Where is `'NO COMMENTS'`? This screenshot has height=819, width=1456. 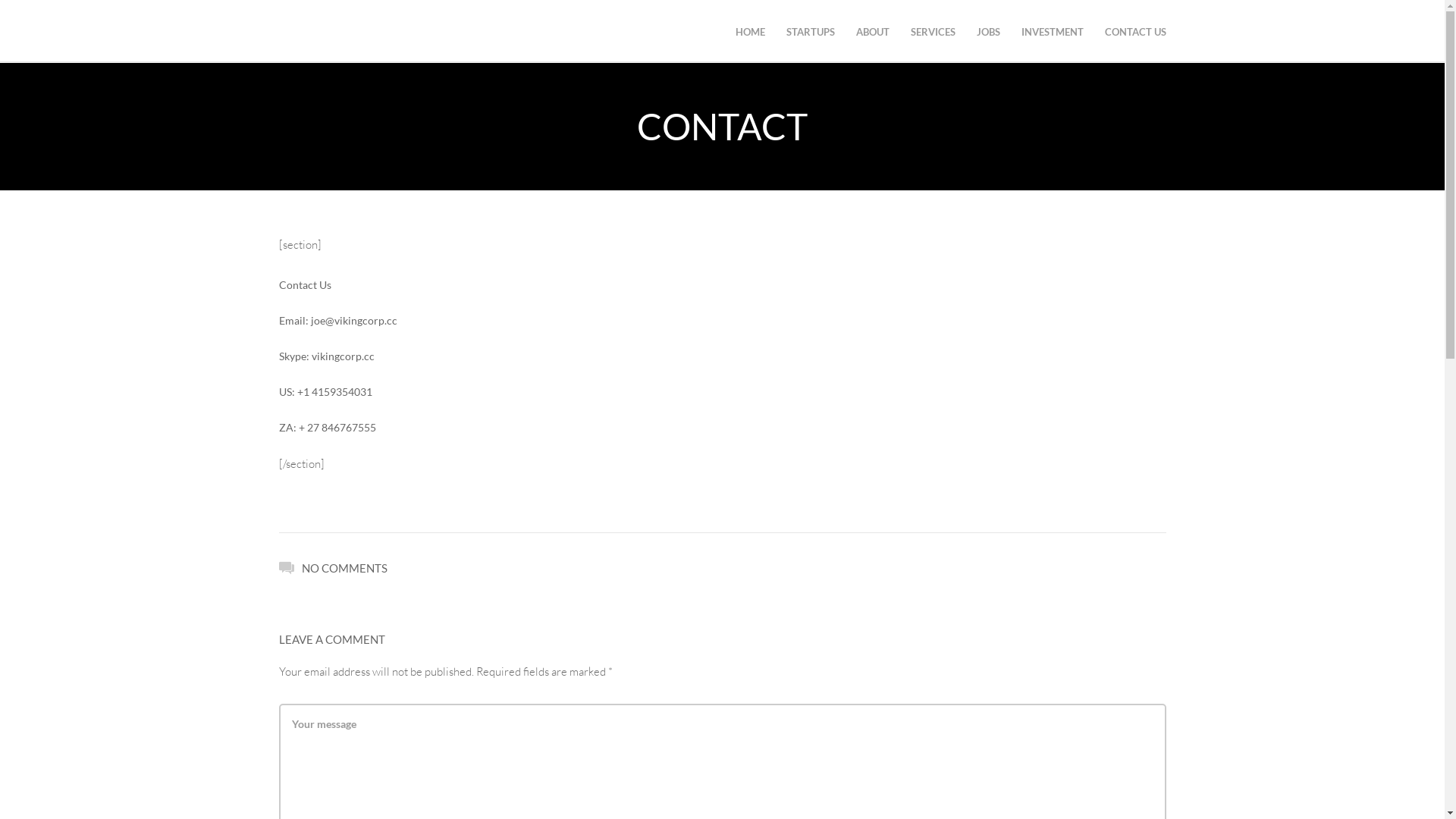 'NO COMMENTS' is located at coordinates (332, 566).